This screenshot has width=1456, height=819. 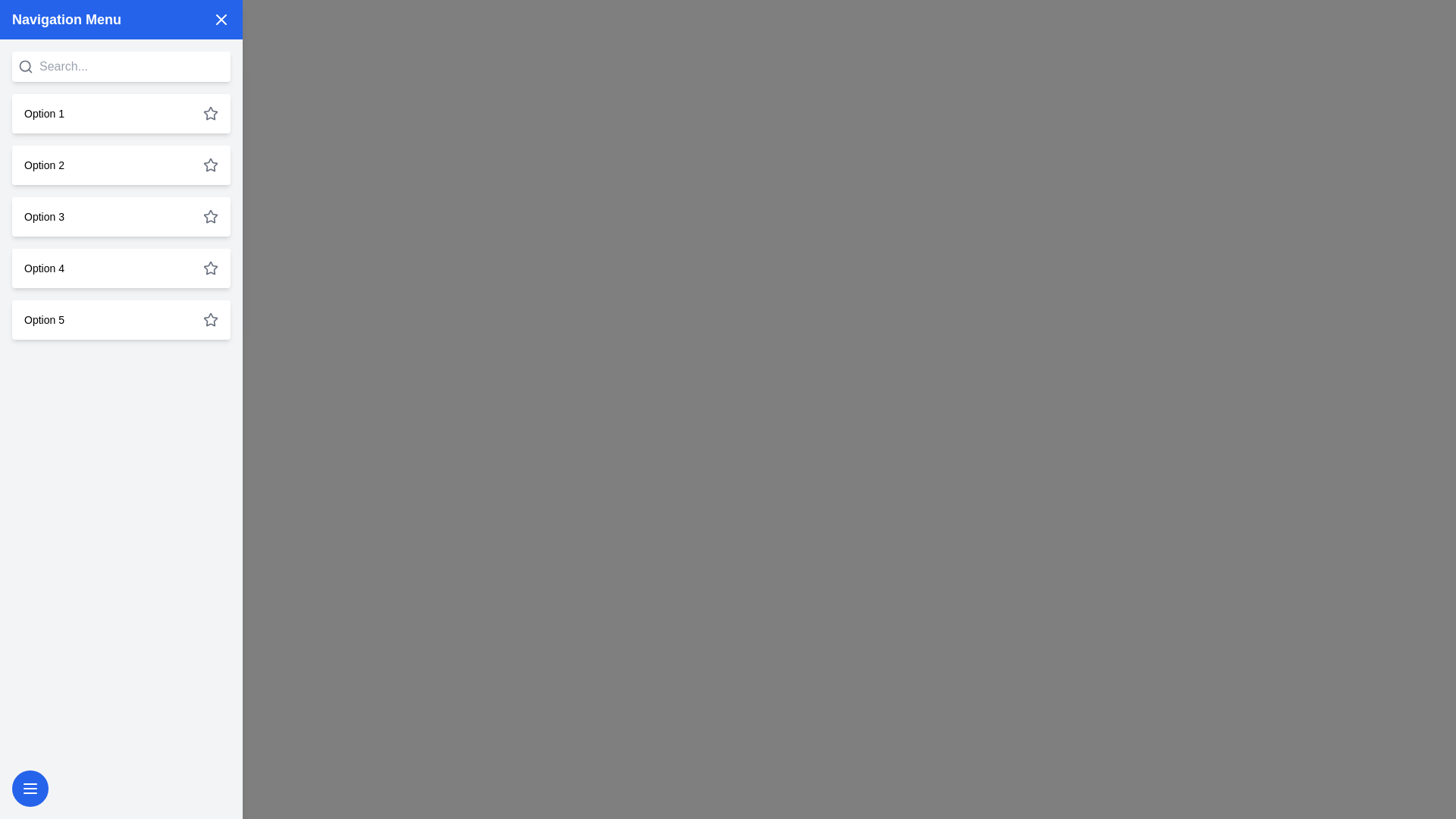 I want to click on the star-shaped icon with a gray outline located to the right of the text 'Option 1' in the first list item of the vertical navigation menu, so click(x=210, y=113).